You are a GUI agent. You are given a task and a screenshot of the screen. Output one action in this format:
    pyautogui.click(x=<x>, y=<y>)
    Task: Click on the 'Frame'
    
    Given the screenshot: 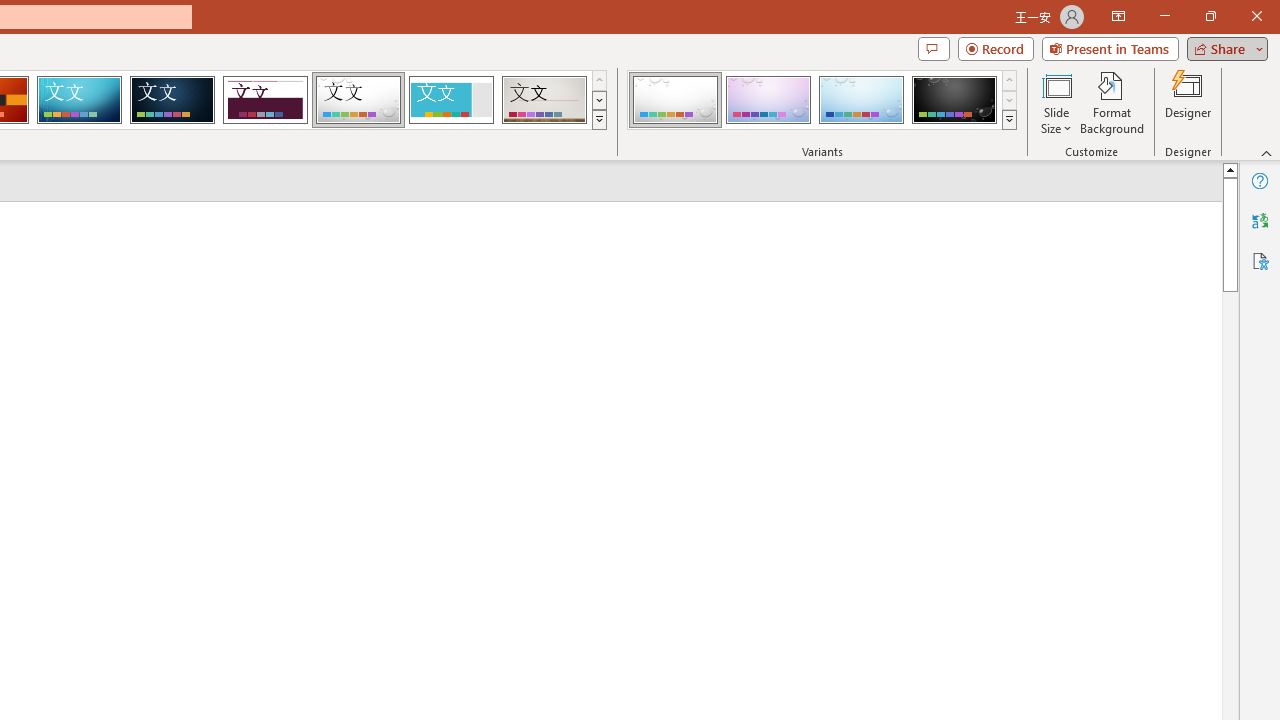 What is the action you would take?
    pyautogui.click(x=450, y=100)
    